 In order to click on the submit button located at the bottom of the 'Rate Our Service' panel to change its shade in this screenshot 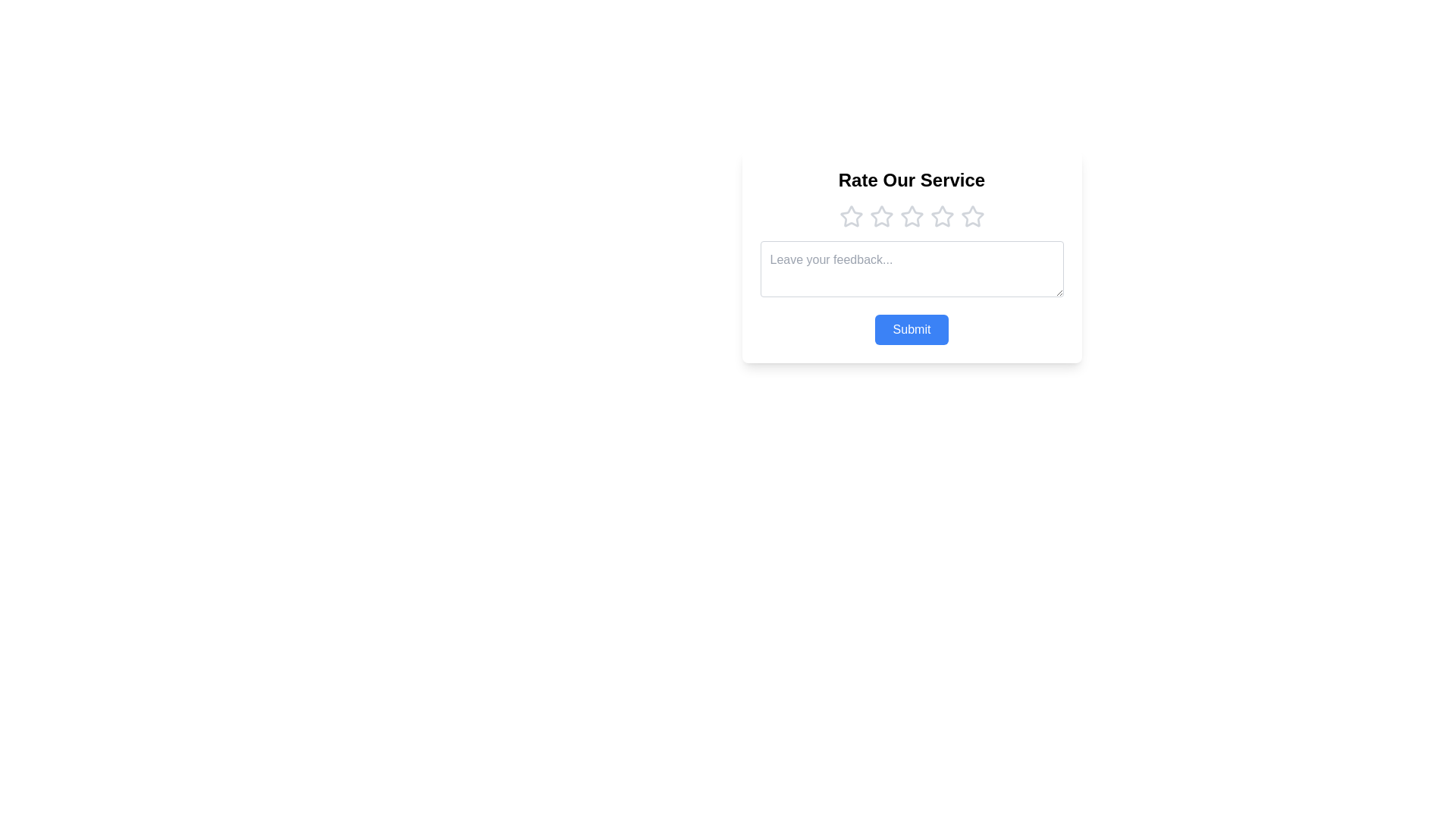, I will do `click(911, 329)`.